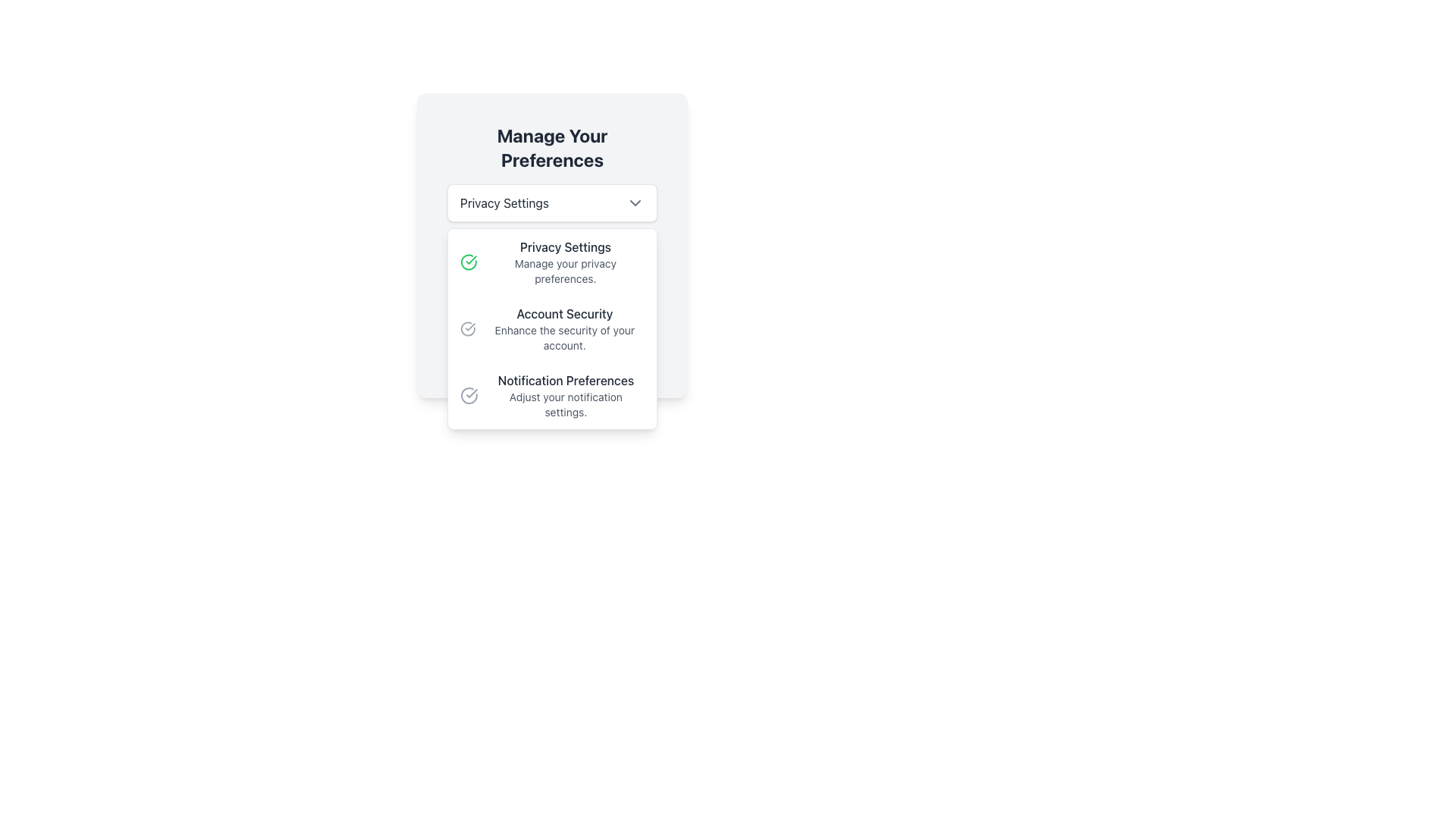  I want to click on the notification preferences icon, which is the leading icon to the left of the text 'Notification Preferences' in the dropdown menu, indicating that this option is active or selected, so click(468, 394).